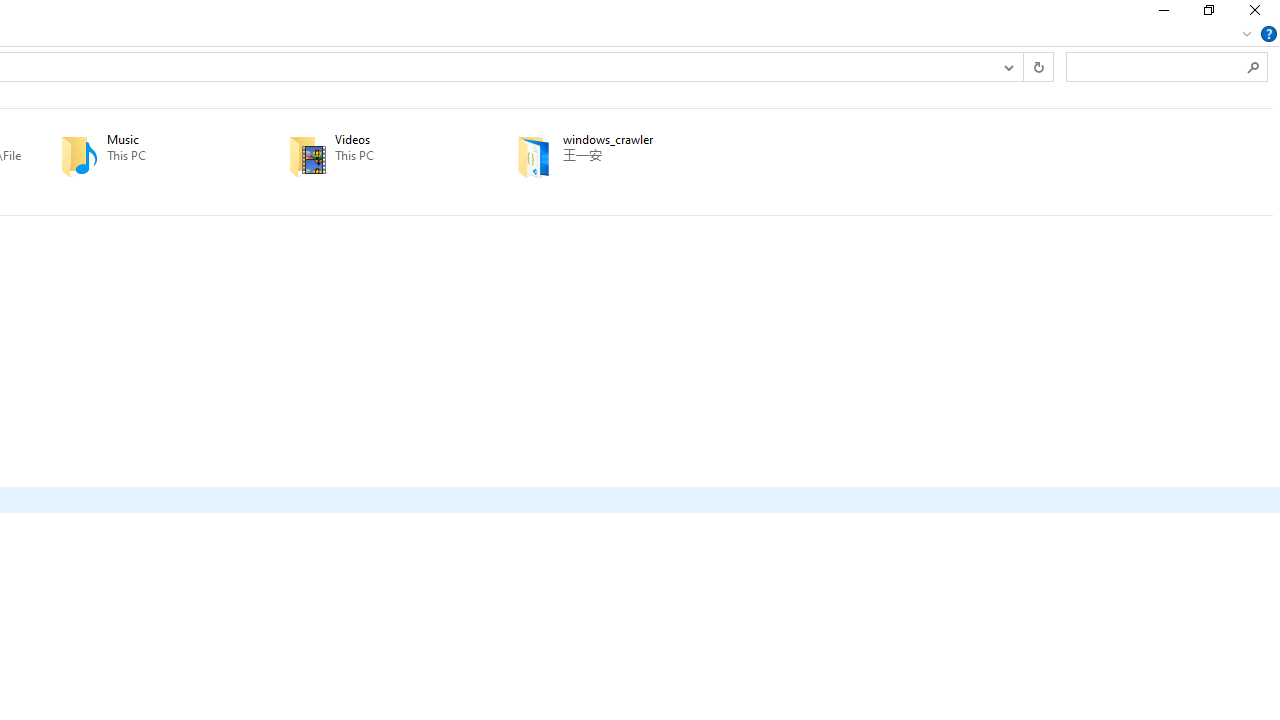  I want to click on 'Previous Locations', so click(1008, 65).